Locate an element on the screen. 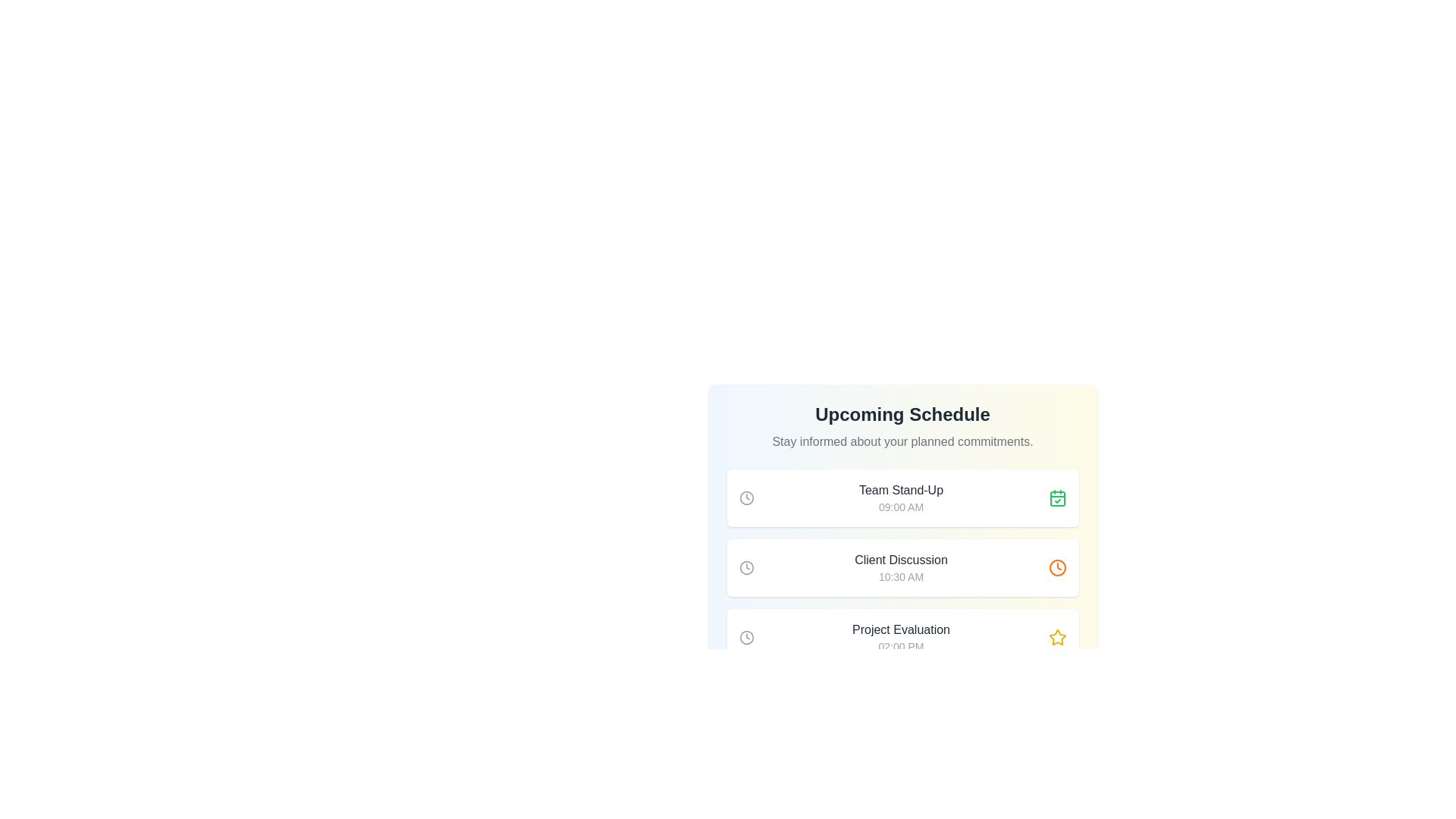  the icon that visually indicates the theme or category associated with time, located to the extreme left of the row containing 'Project Evaluation' and '02:00 PM', within the third entry of the vertical list under 'Upcoming Schedule' is located at coordinates (746, 637).